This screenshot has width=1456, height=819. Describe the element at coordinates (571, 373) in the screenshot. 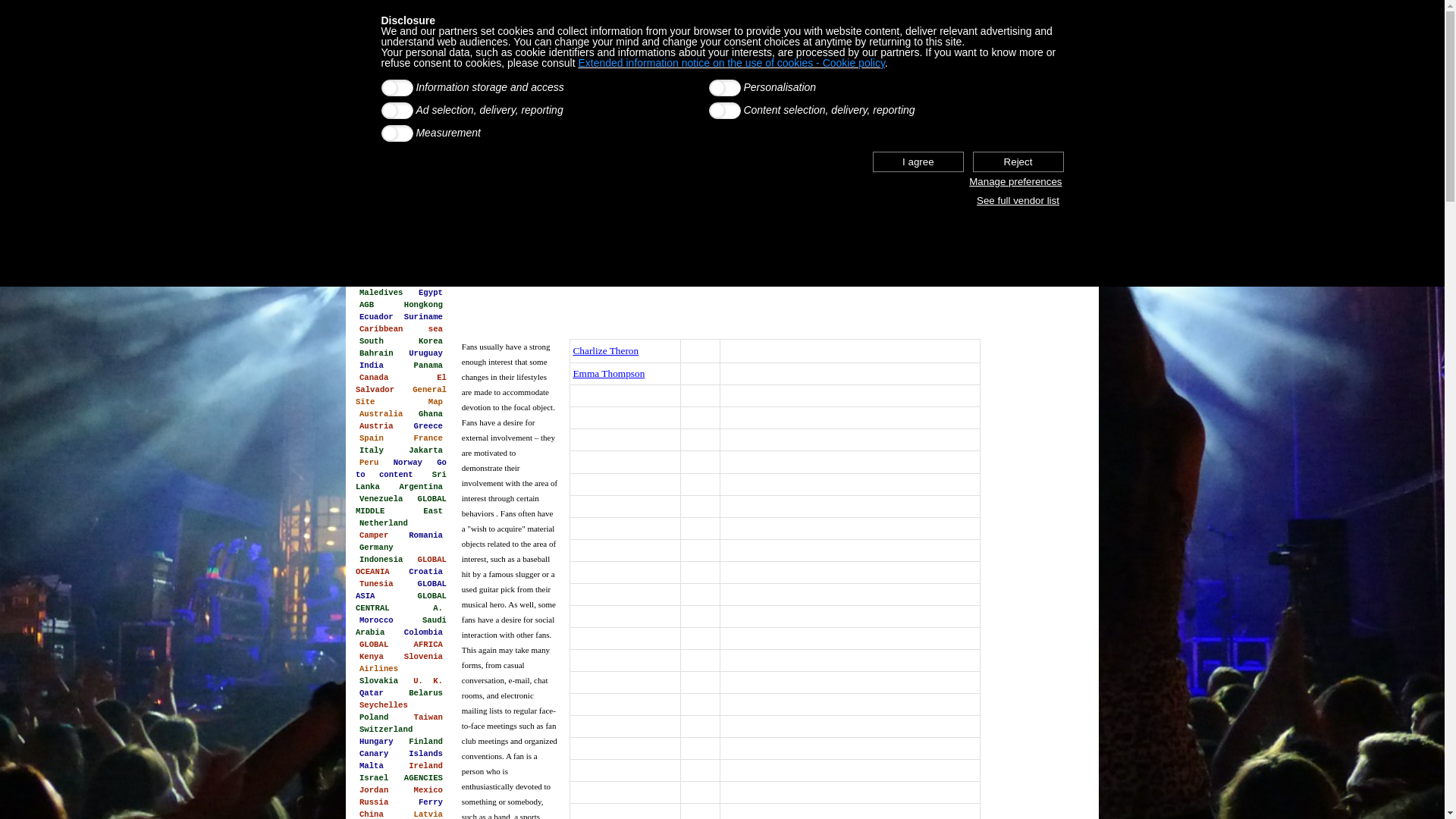

I see `'Emma Thompson'` at that location.